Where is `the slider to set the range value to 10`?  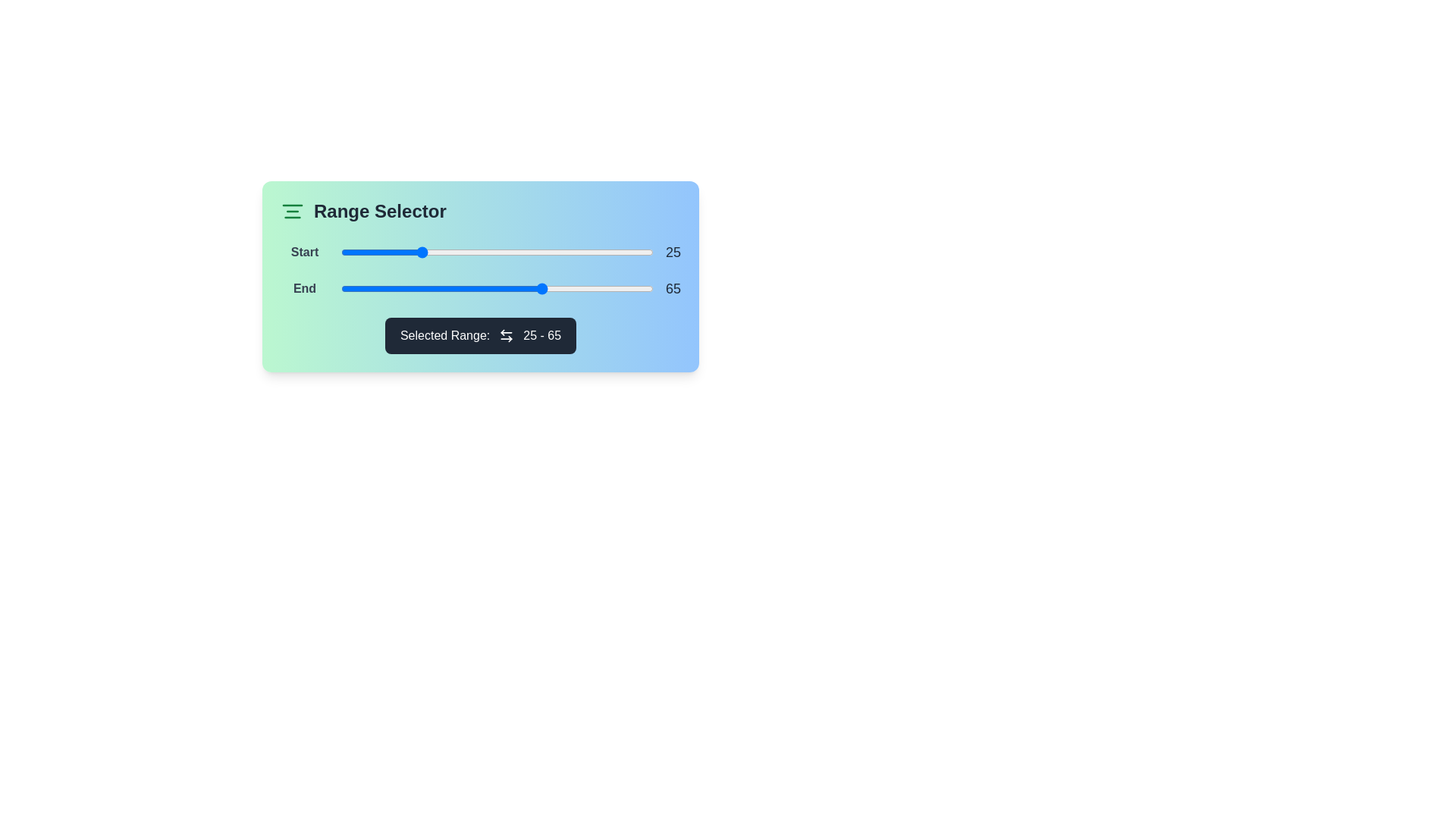 the slider to set the range value to 10 is located at coordinates (372, 251).